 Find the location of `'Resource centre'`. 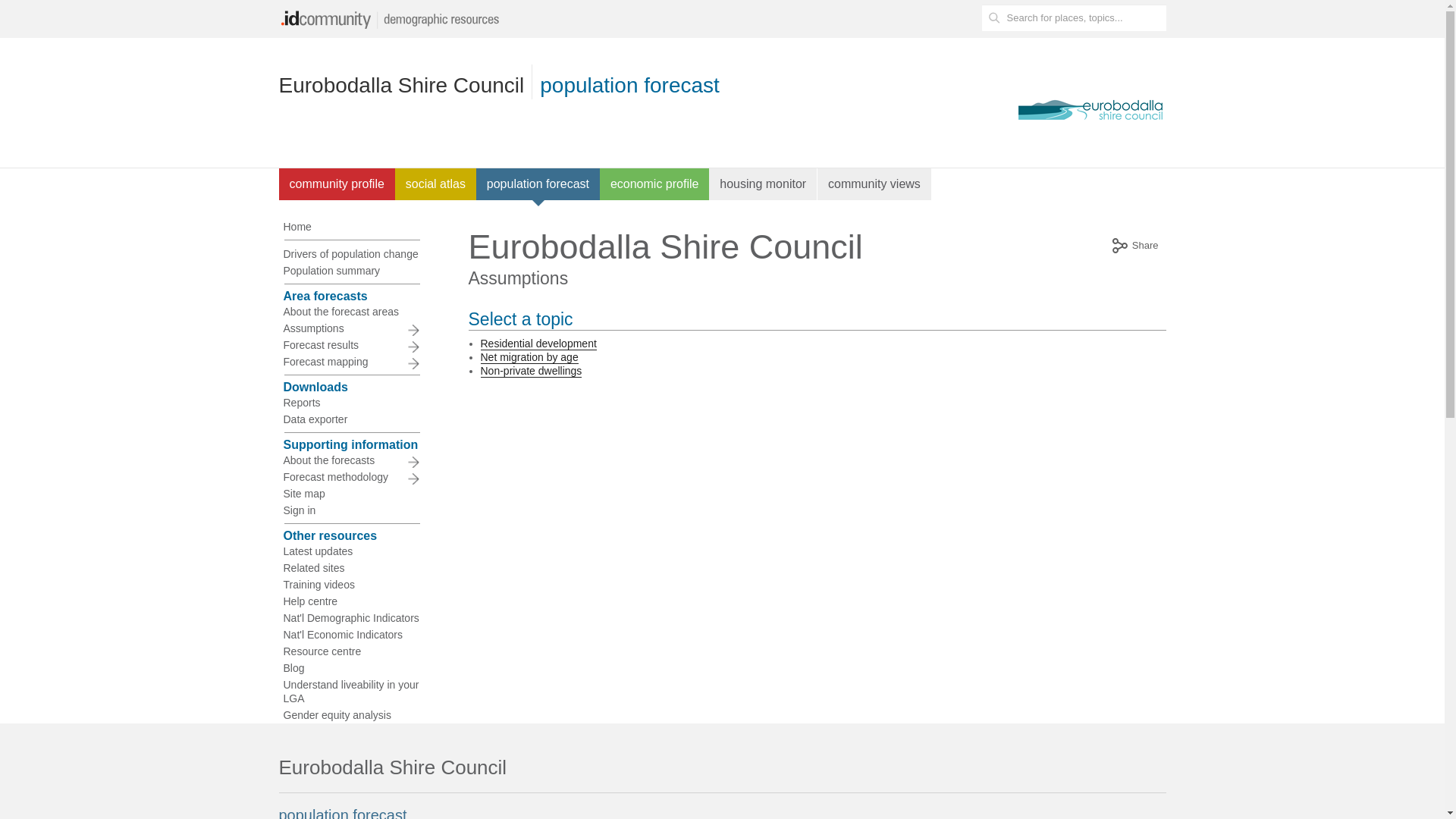

'Resource centre' is located at coordinates (350, 651).